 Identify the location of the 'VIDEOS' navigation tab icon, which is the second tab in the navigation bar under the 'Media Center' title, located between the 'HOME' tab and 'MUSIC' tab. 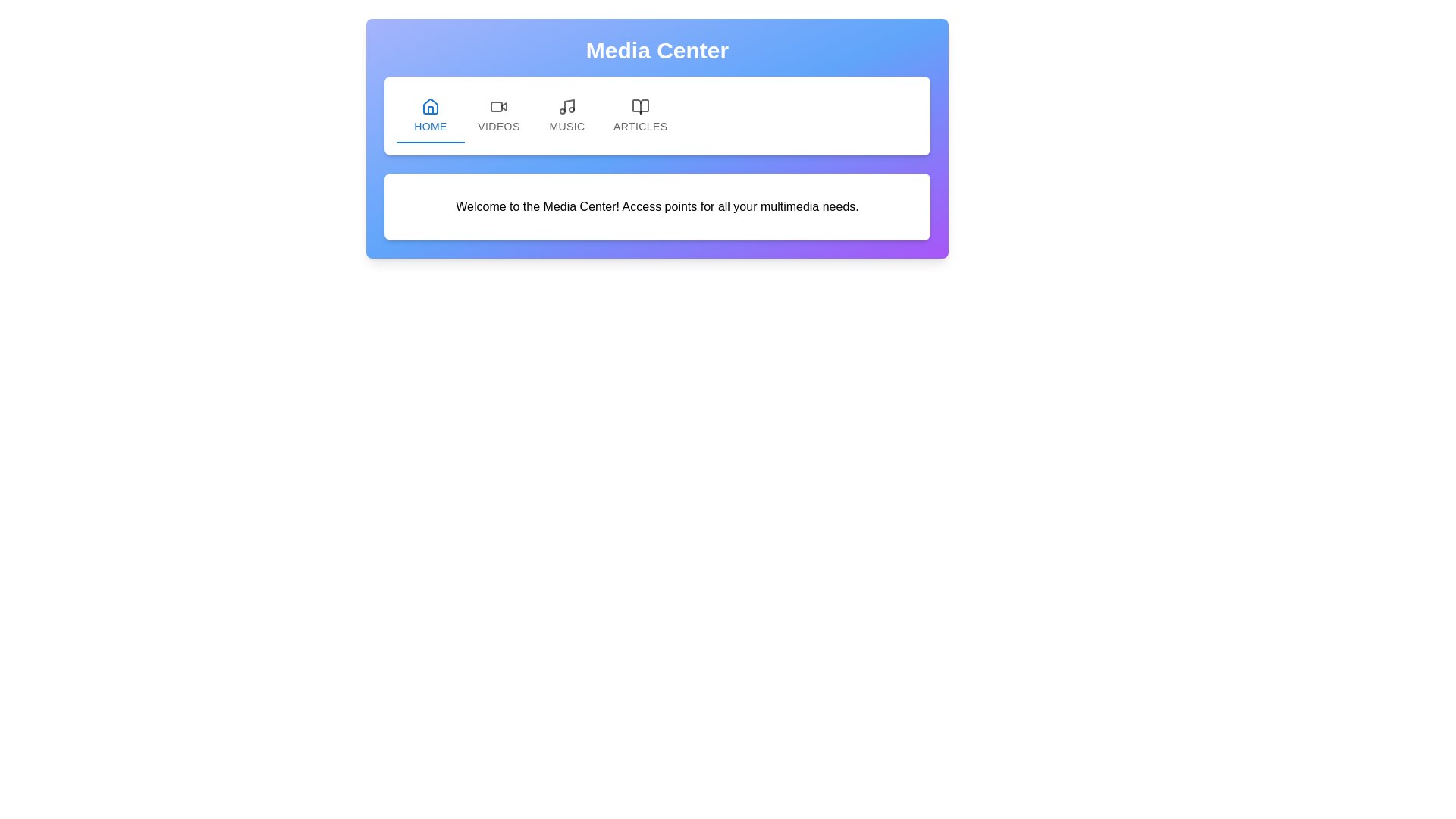
(504, 106).